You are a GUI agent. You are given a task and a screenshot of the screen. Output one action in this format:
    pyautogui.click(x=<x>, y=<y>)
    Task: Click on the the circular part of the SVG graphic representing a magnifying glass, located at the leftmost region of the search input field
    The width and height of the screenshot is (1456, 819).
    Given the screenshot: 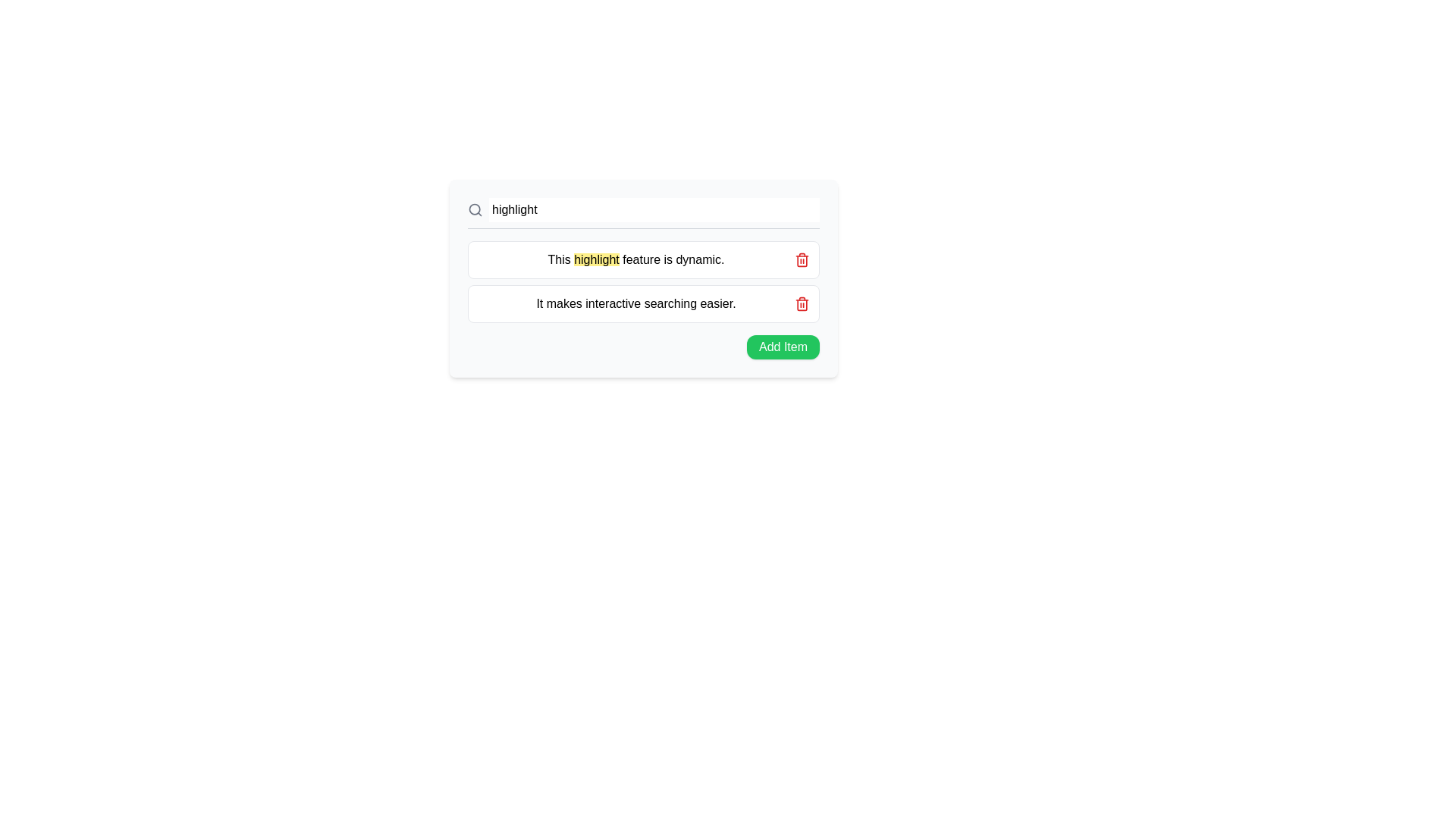 What is the action you would take?
    pyautogui.click(x=474, y=209)
    